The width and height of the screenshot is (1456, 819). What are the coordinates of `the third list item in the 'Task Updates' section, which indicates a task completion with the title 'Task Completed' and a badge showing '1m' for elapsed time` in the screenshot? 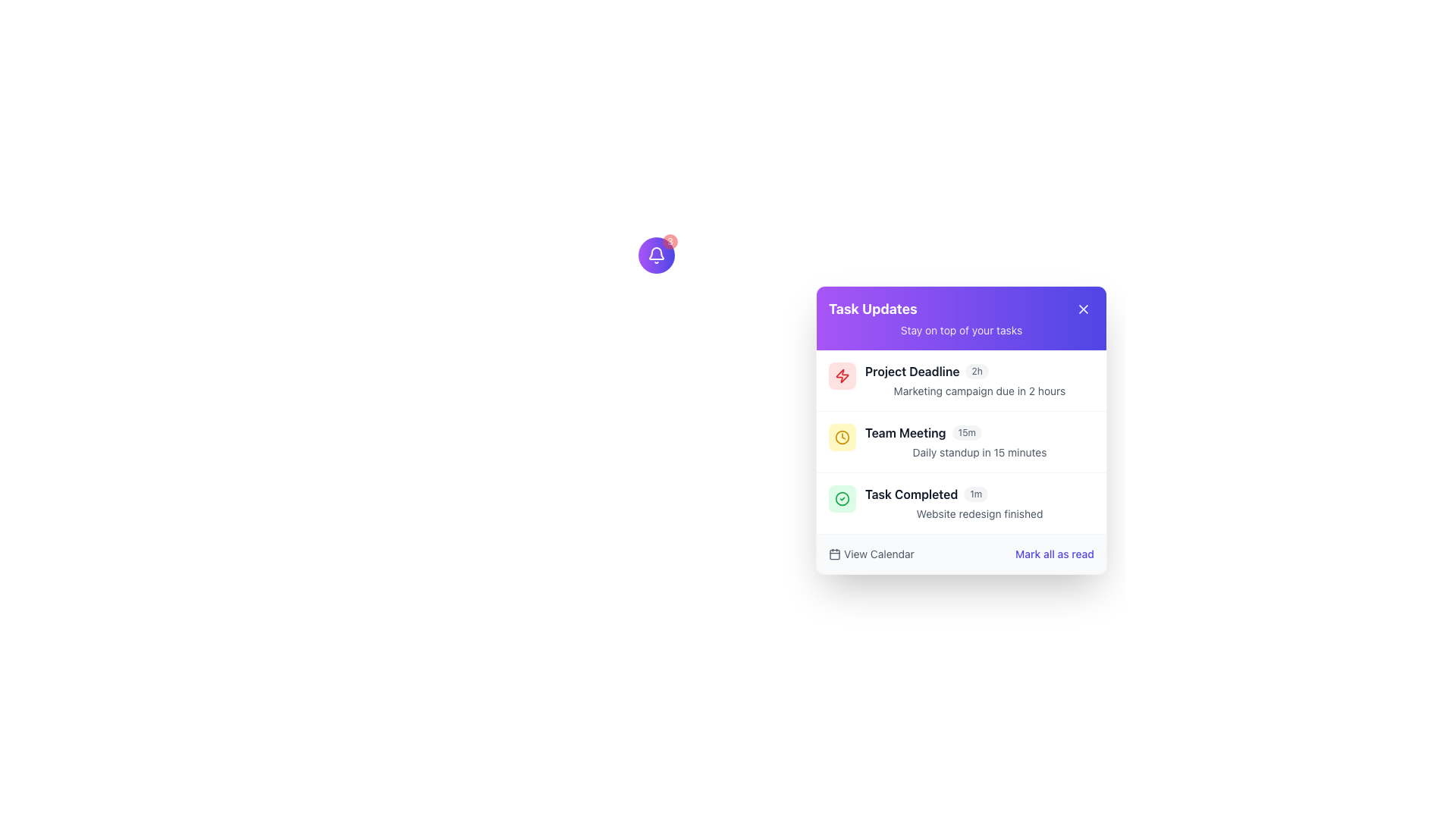 It's located at (979, 494).